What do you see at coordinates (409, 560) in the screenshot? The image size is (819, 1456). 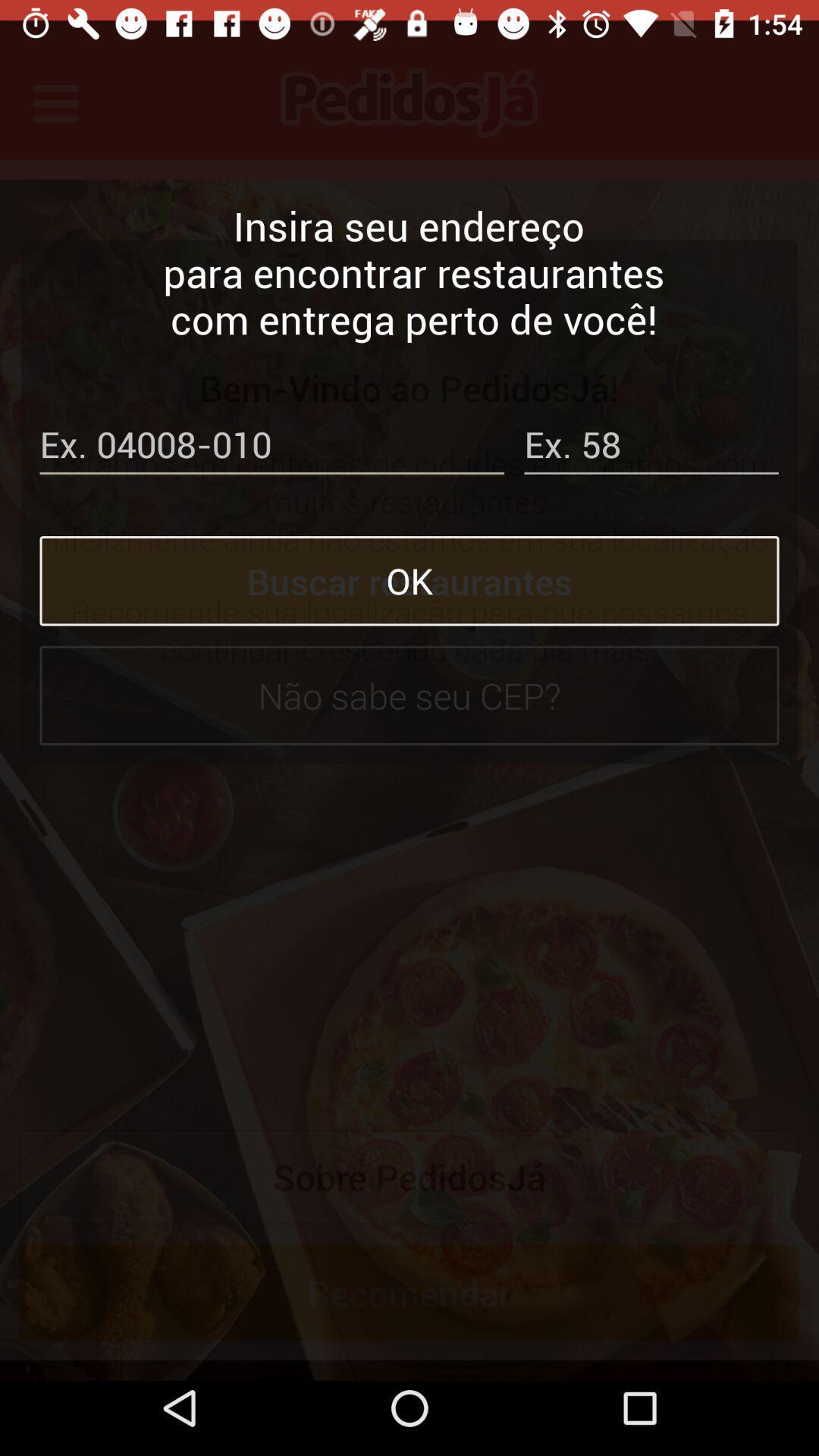 I see `the buscar restaurantes icon` at bounding box center [409, 560].